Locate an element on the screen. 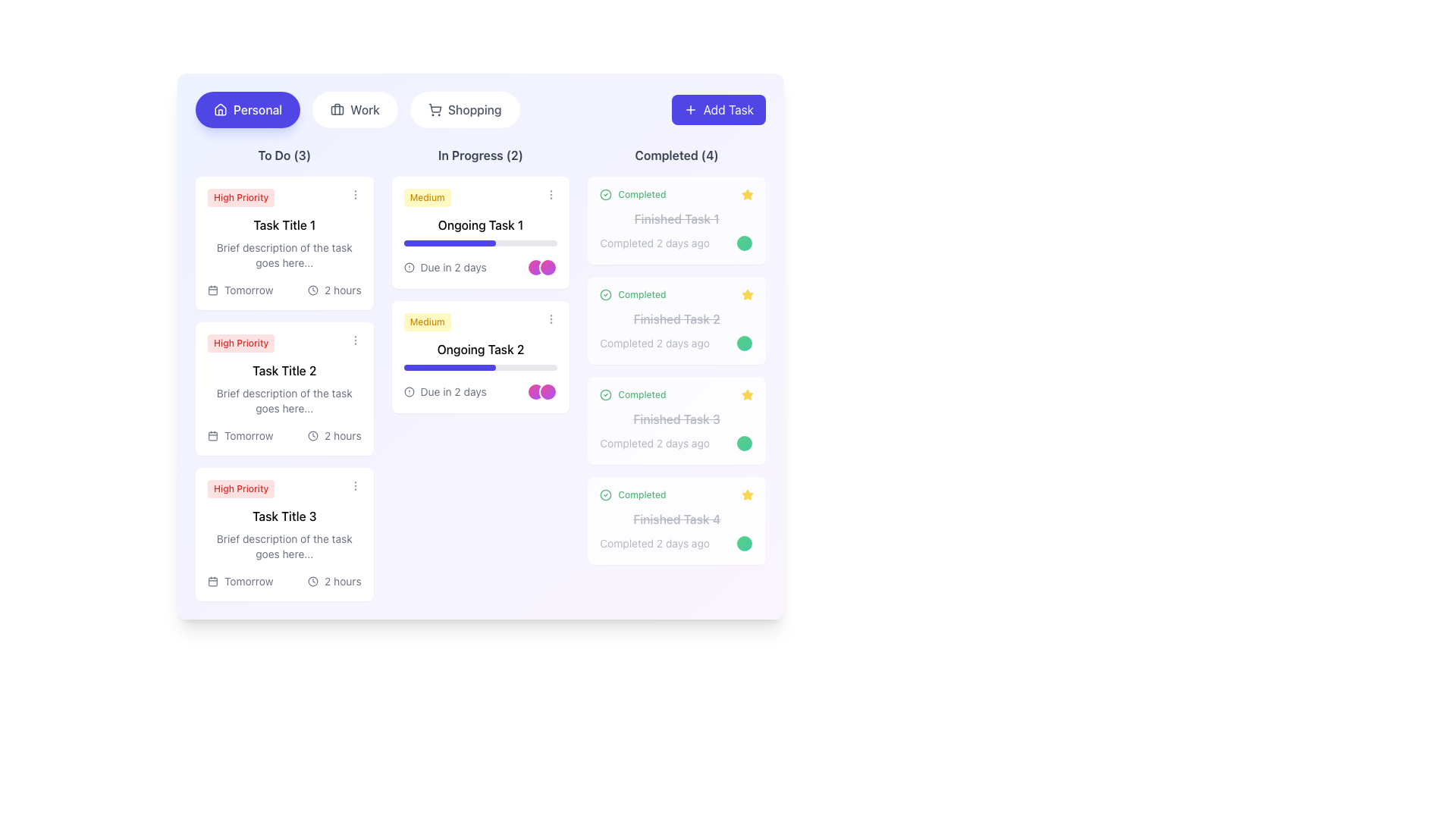 Image resolution: width=1456 pixels, height=819 pixels. the text label displaying 'Task Title 3' which is located in the third card of the 'To Do' column, underneath the 'High Priority' label is located at coordinates (284, 516).